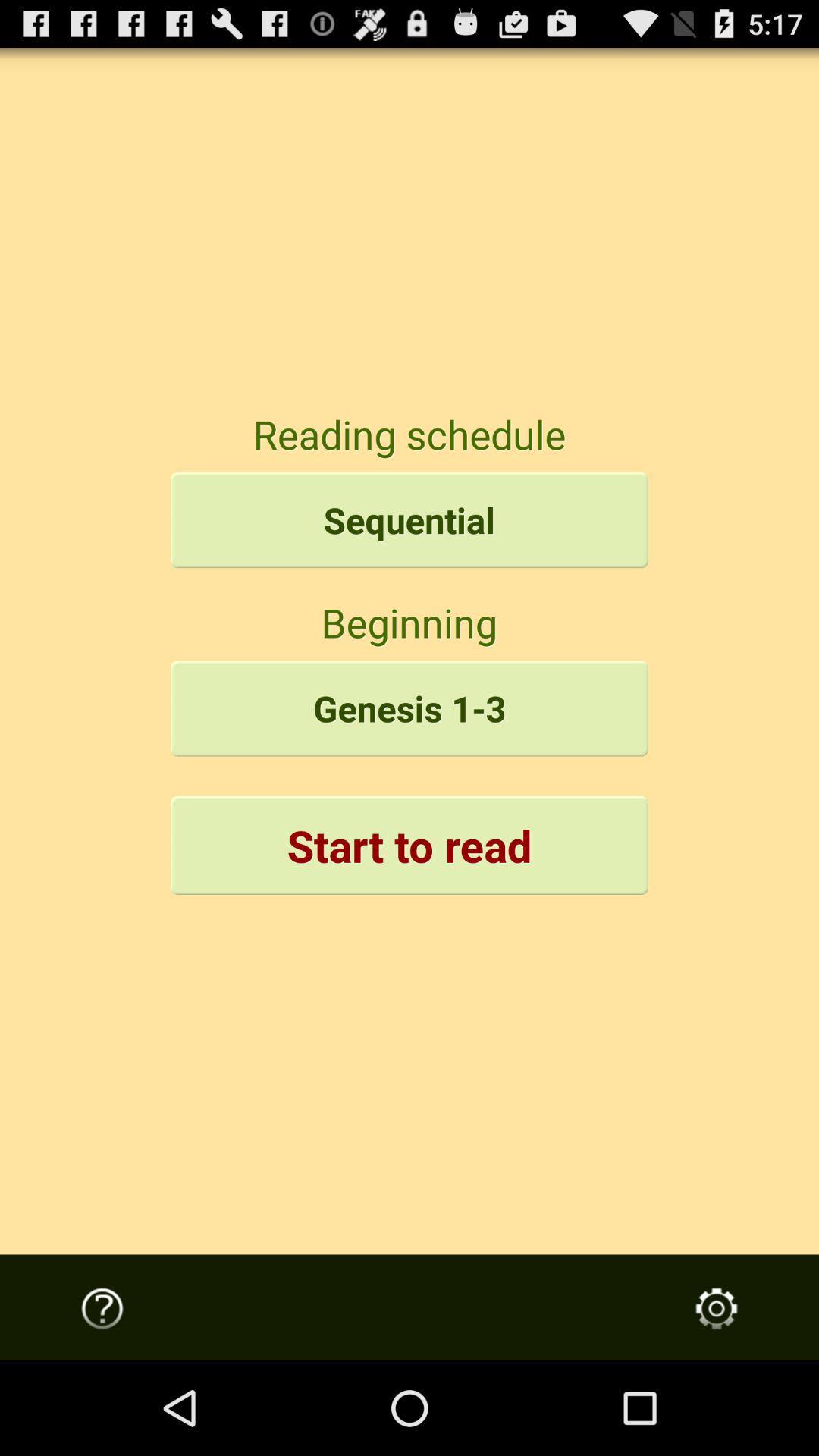  Describe the element at coordinates (409, 520) in the screenshot. I see `item above the beginning` at that location.